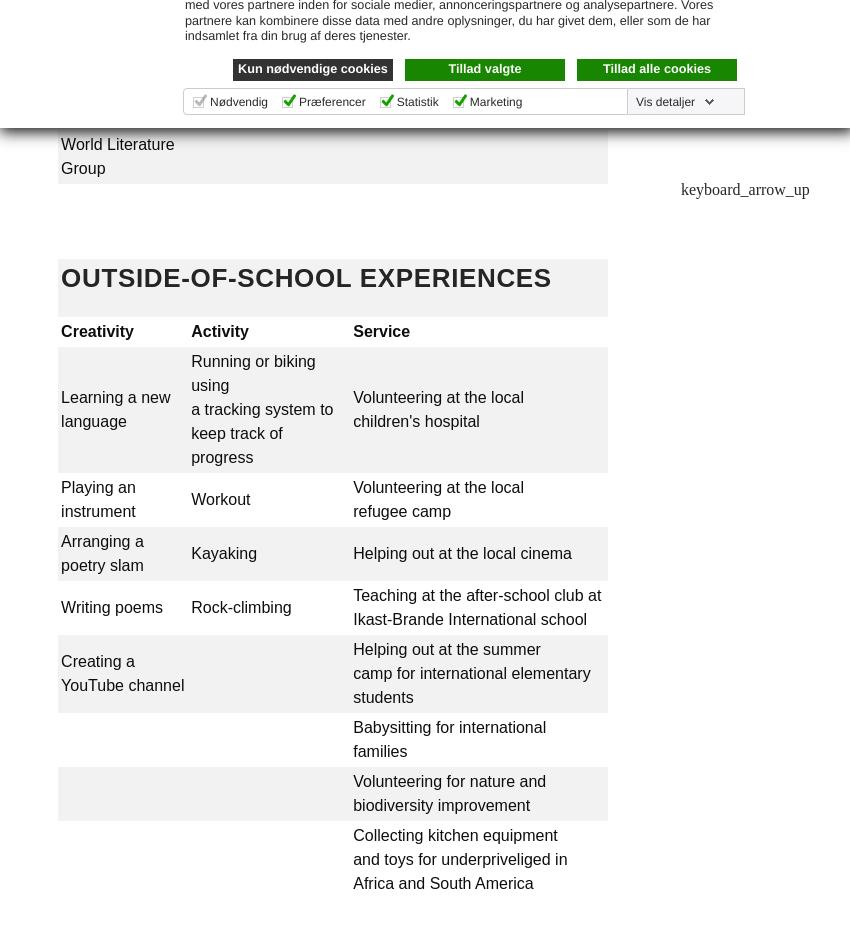 The height and width of the screenshot is (936, 850). Describe the element at coordinates (422, 48) in the screenshot. I see `'... and more!'` at that location.